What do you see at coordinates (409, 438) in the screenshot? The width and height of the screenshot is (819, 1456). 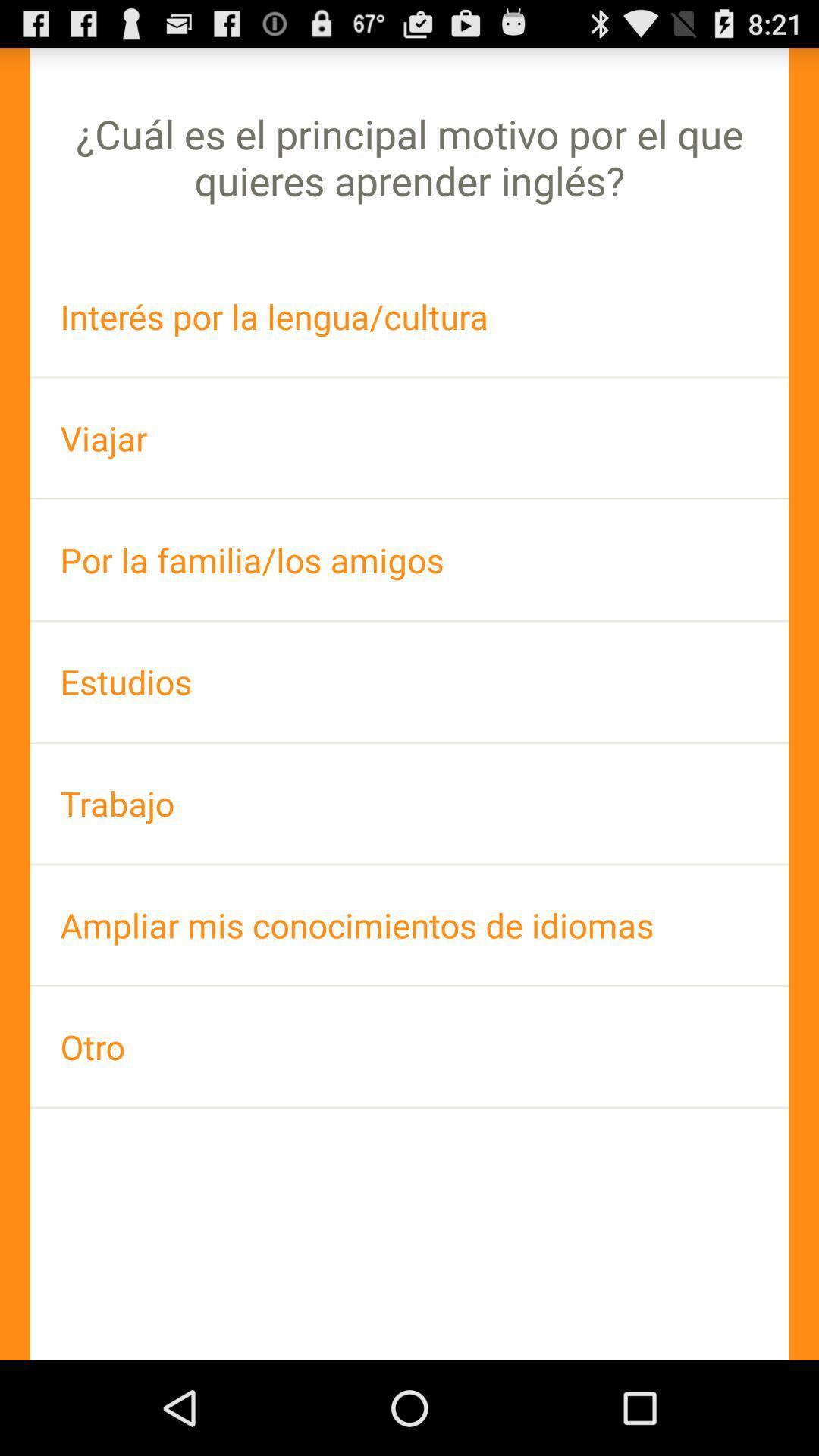 I see `the app above the por la familia app` at bounding box center [409, 438].